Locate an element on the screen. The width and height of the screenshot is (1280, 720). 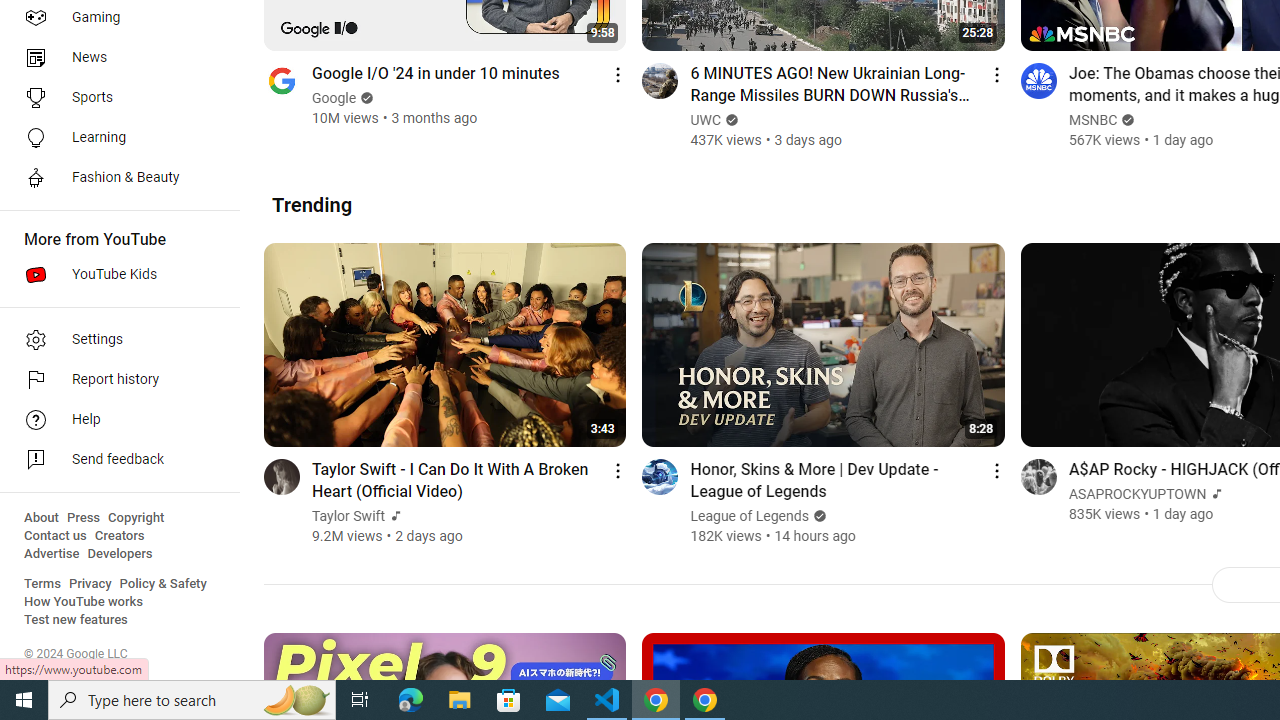
'Policy & Safety' is located at coordinates (163, 584).